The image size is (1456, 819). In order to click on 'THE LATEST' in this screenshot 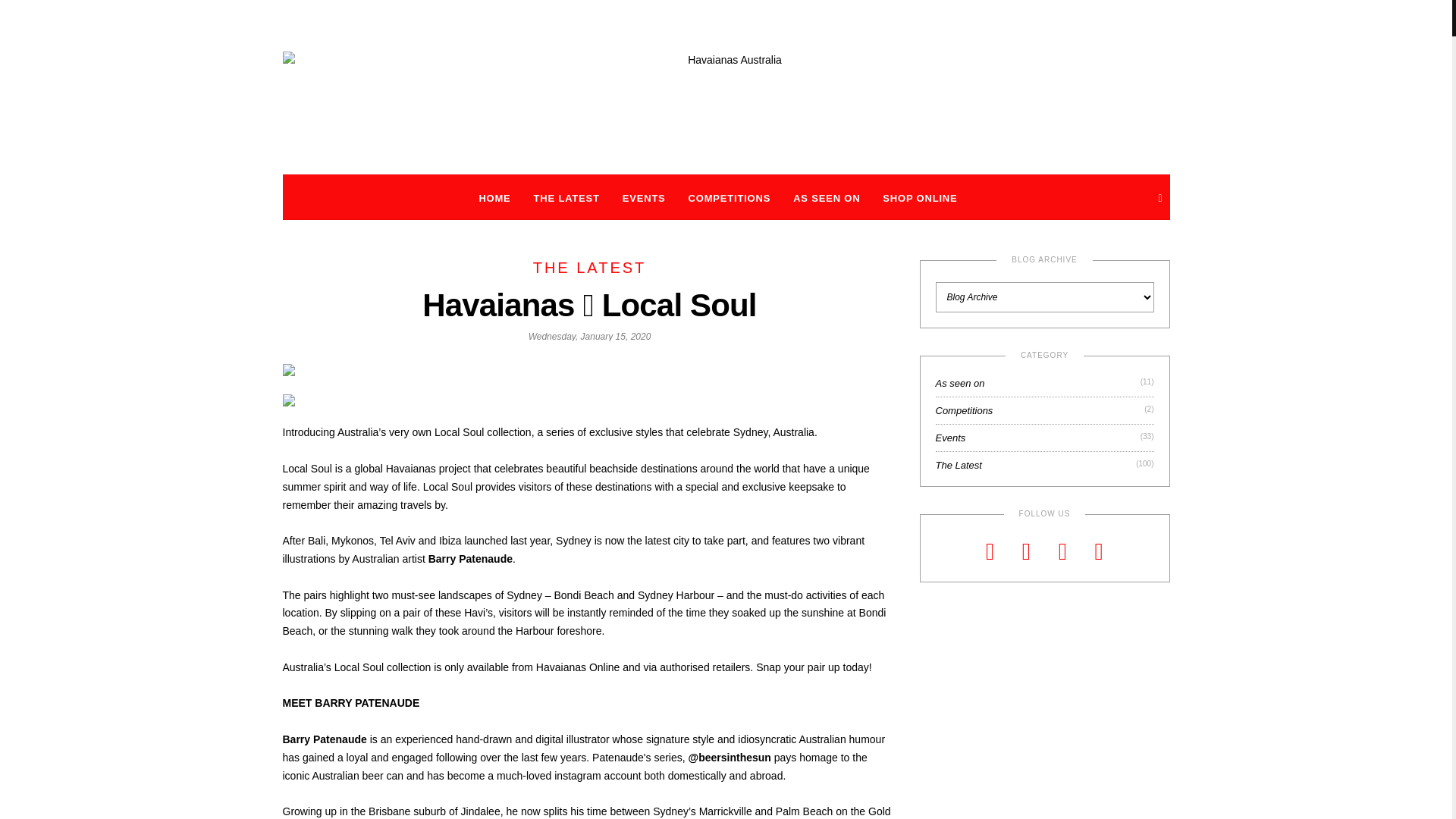, I will do `click(588, 267)`.